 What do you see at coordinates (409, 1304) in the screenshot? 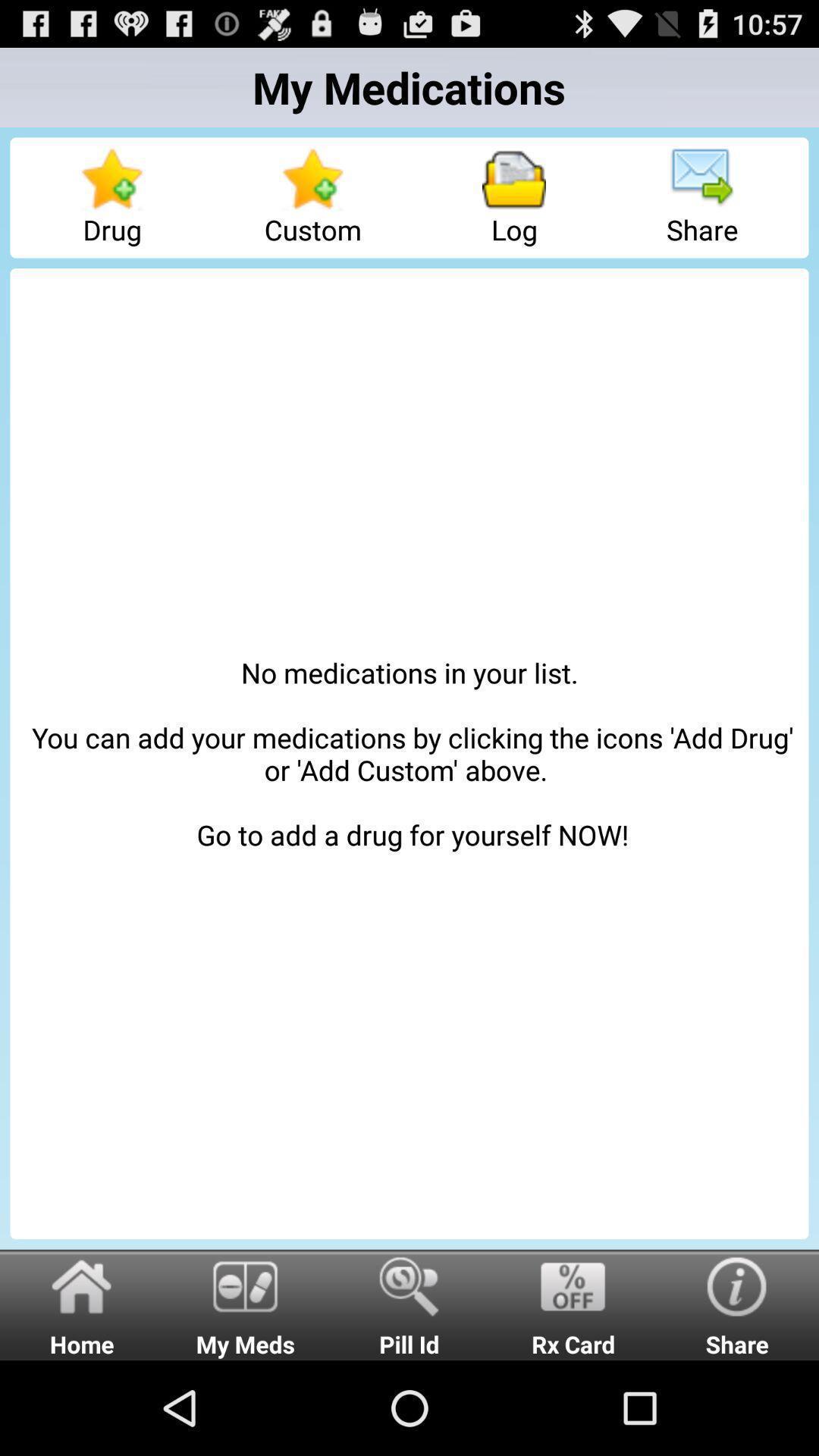
I see `icon to the left of the rx card` at bounding box center [409, 1304].